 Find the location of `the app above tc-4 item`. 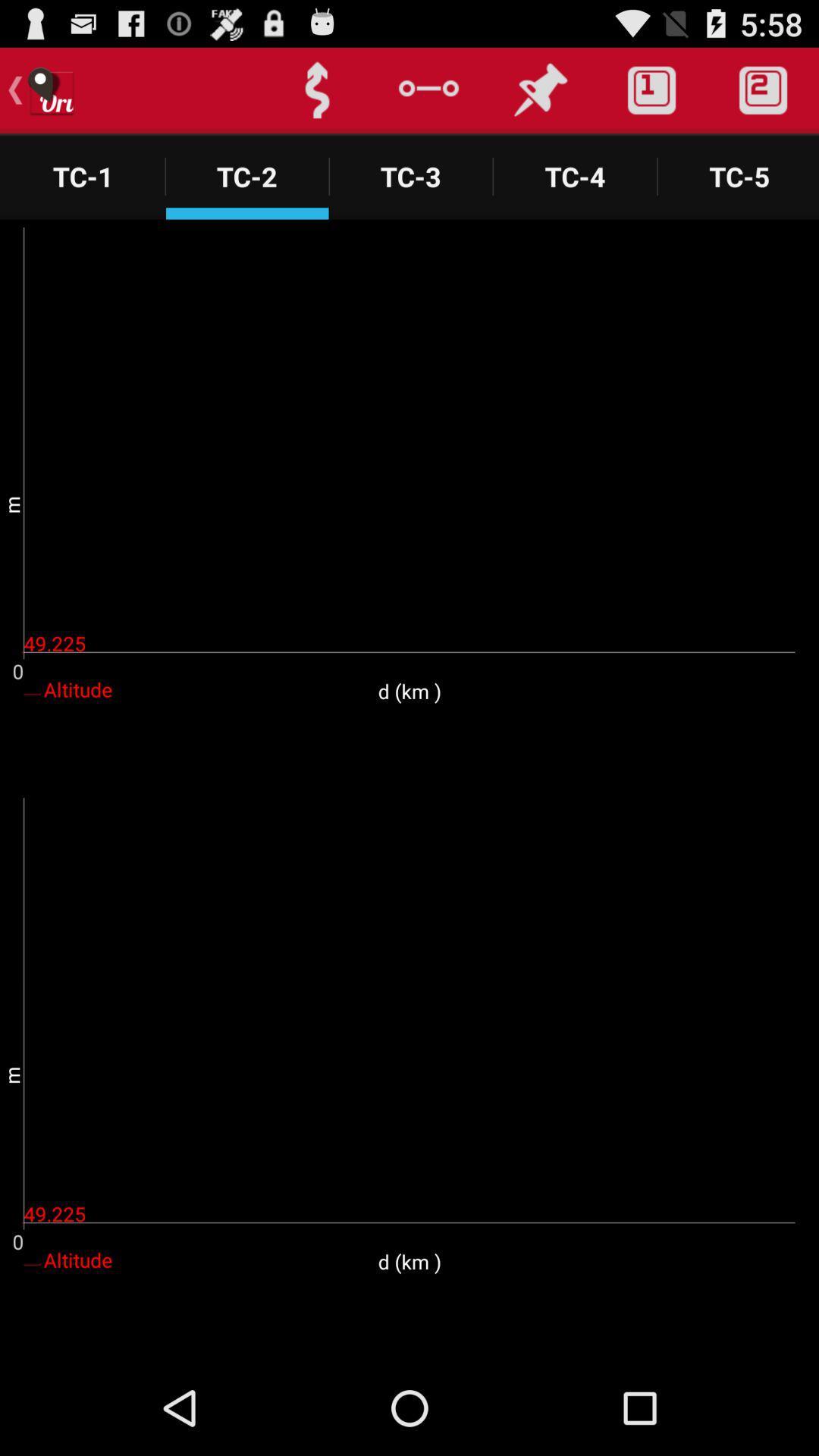

the app above tc-4 item is located at coordinates (539, 89).